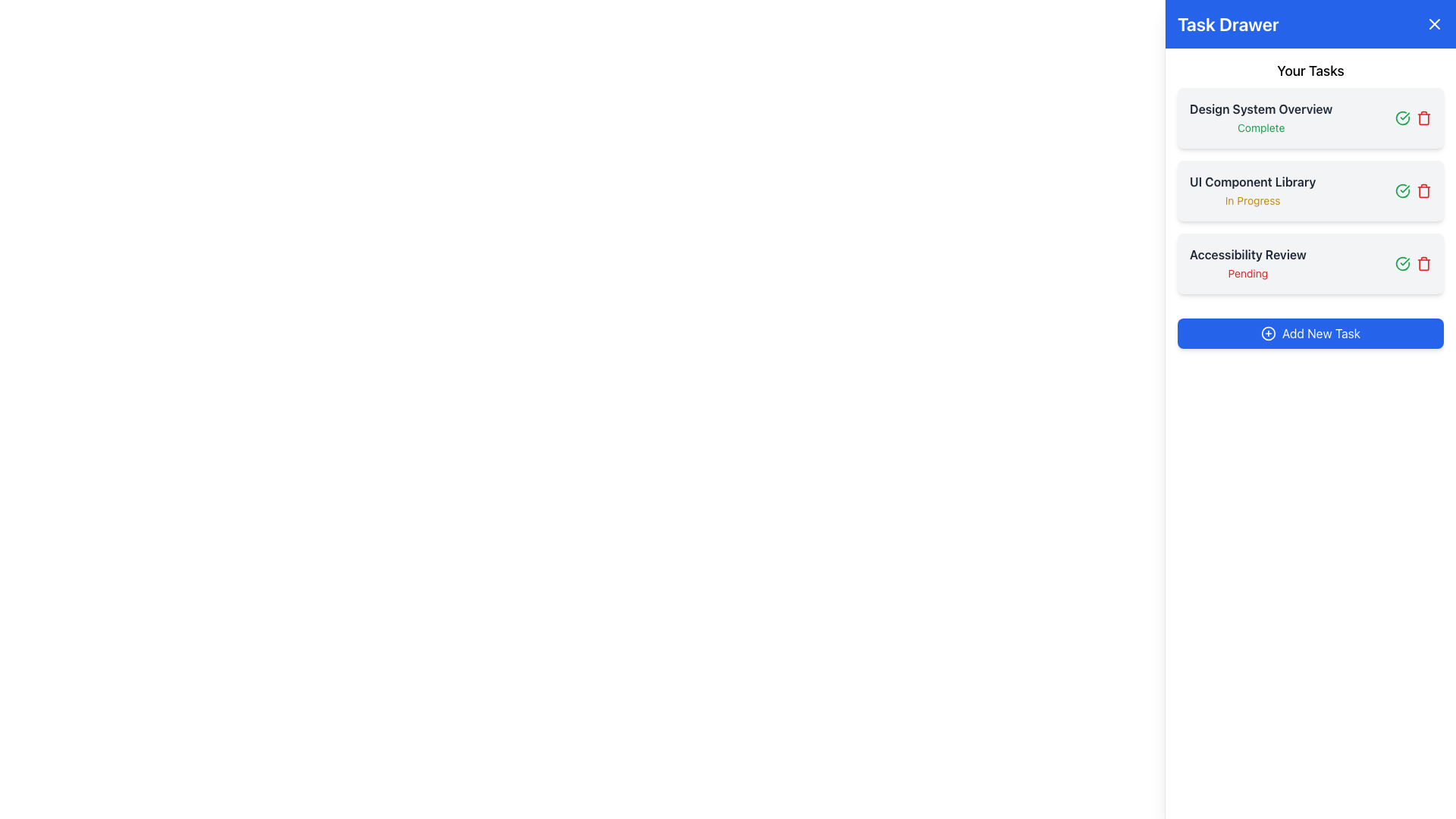 This screenshot has height=819, width=1456. Describe the element at coordinates (1401, 190) in the screenshot. I see `the green circular check mark icon located next to the text 'Design System Overview' in the task drawer` at that location.